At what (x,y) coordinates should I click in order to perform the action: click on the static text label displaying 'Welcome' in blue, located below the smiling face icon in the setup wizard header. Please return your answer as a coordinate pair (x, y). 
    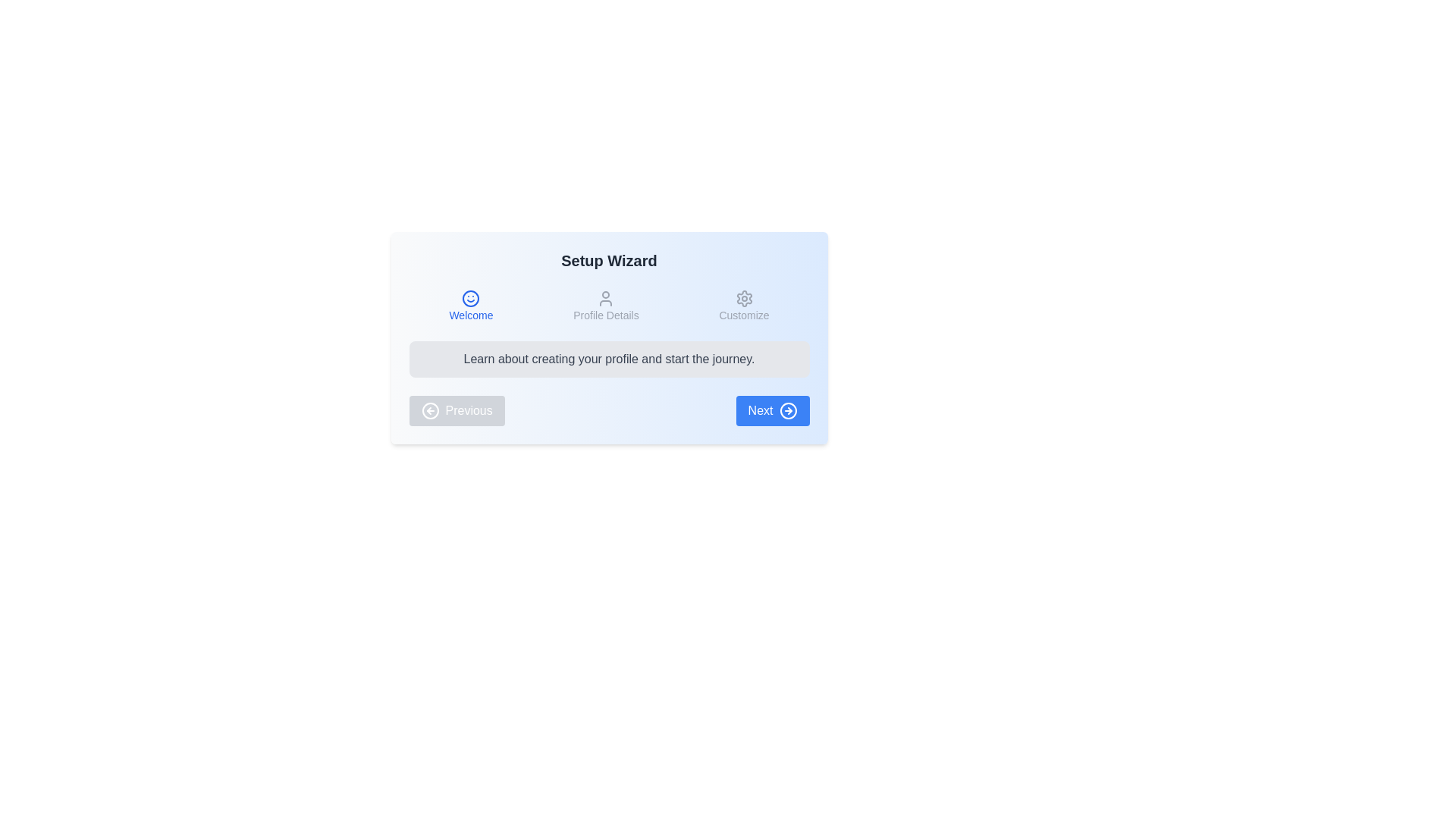
    Looking at the image, I should click on (470, 315).